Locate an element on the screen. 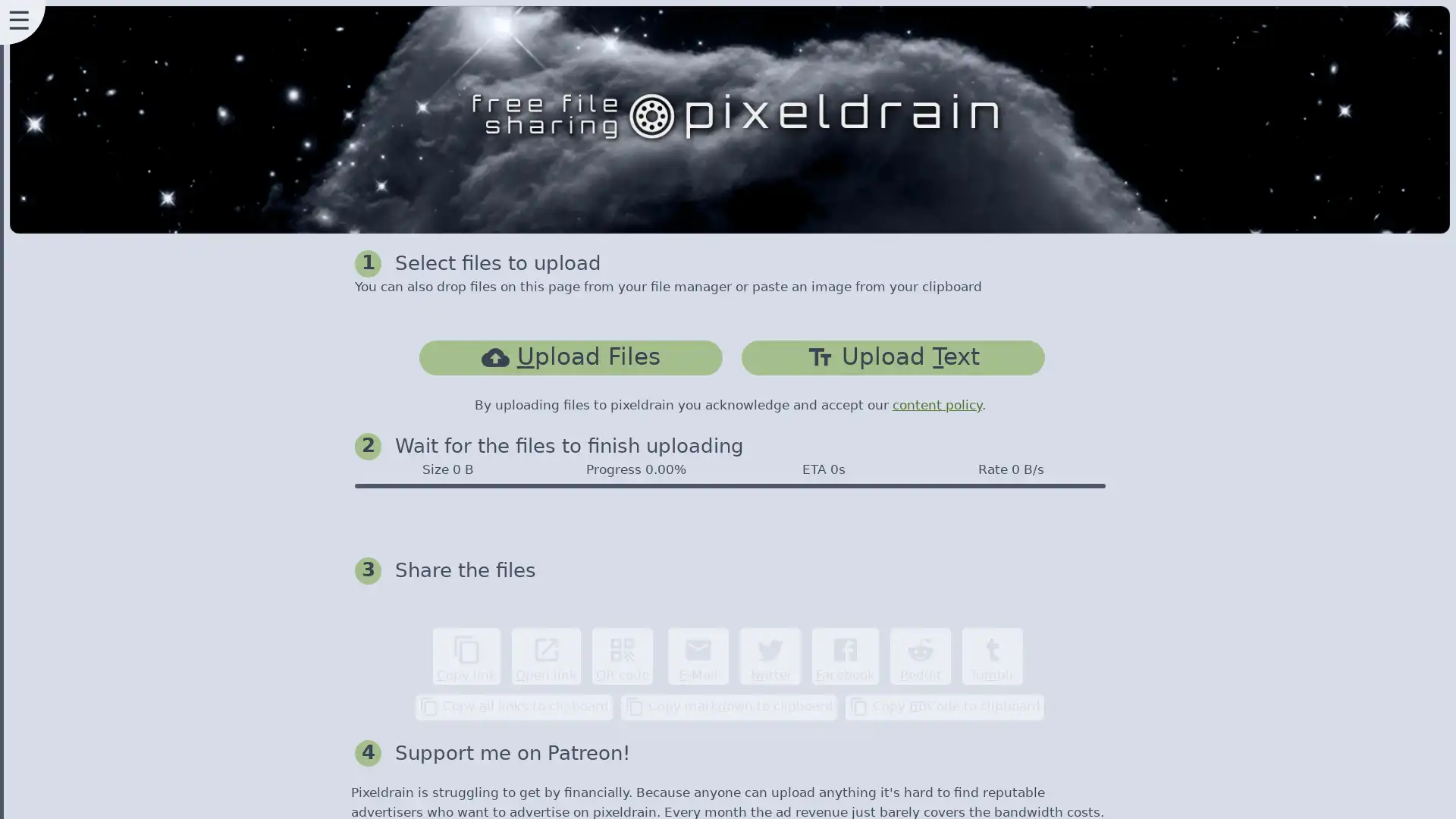 The height and width of the screenshot is (819, 1456). Tumblr is located at coordinates (1100, 655).